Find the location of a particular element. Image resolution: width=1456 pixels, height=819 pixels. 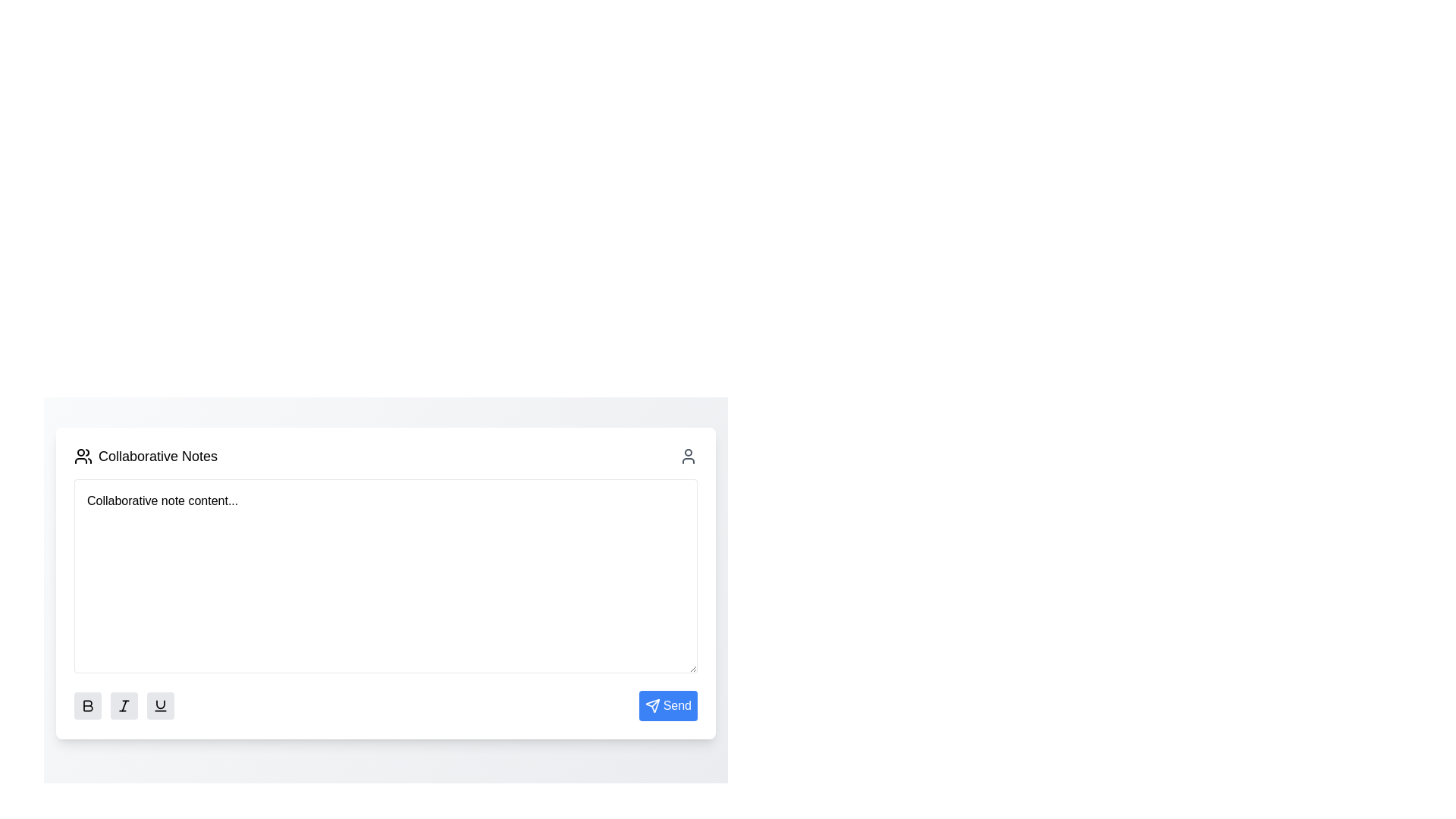

the SVG icon representing a group of users, which is located to the left of the 'Collaborative Notes' label is located at coordinates (83, 455).